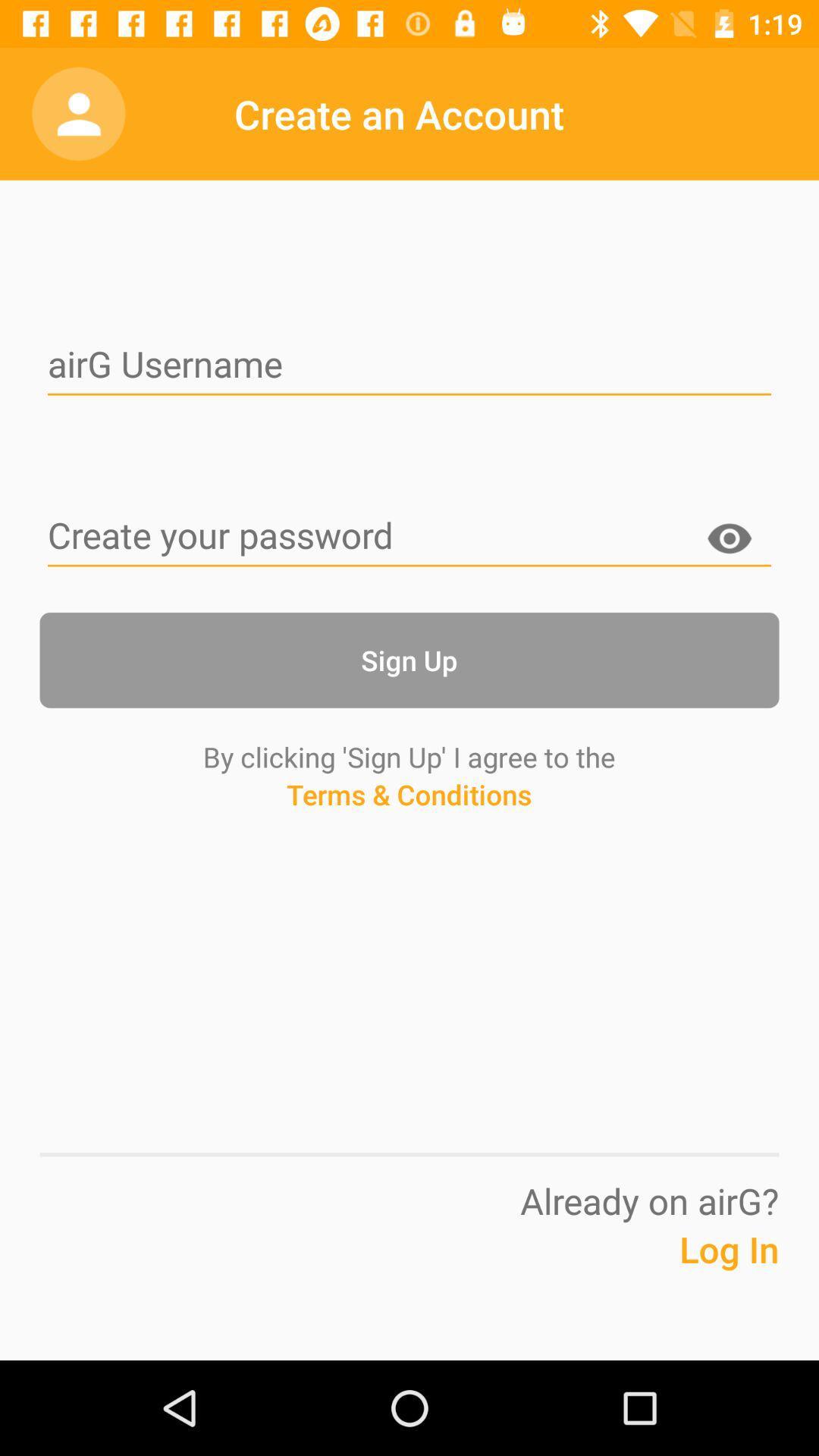 The height and width of the screenshot is (1456, 819). I want to click on icon below by clicking sign app, so click(408, 822).